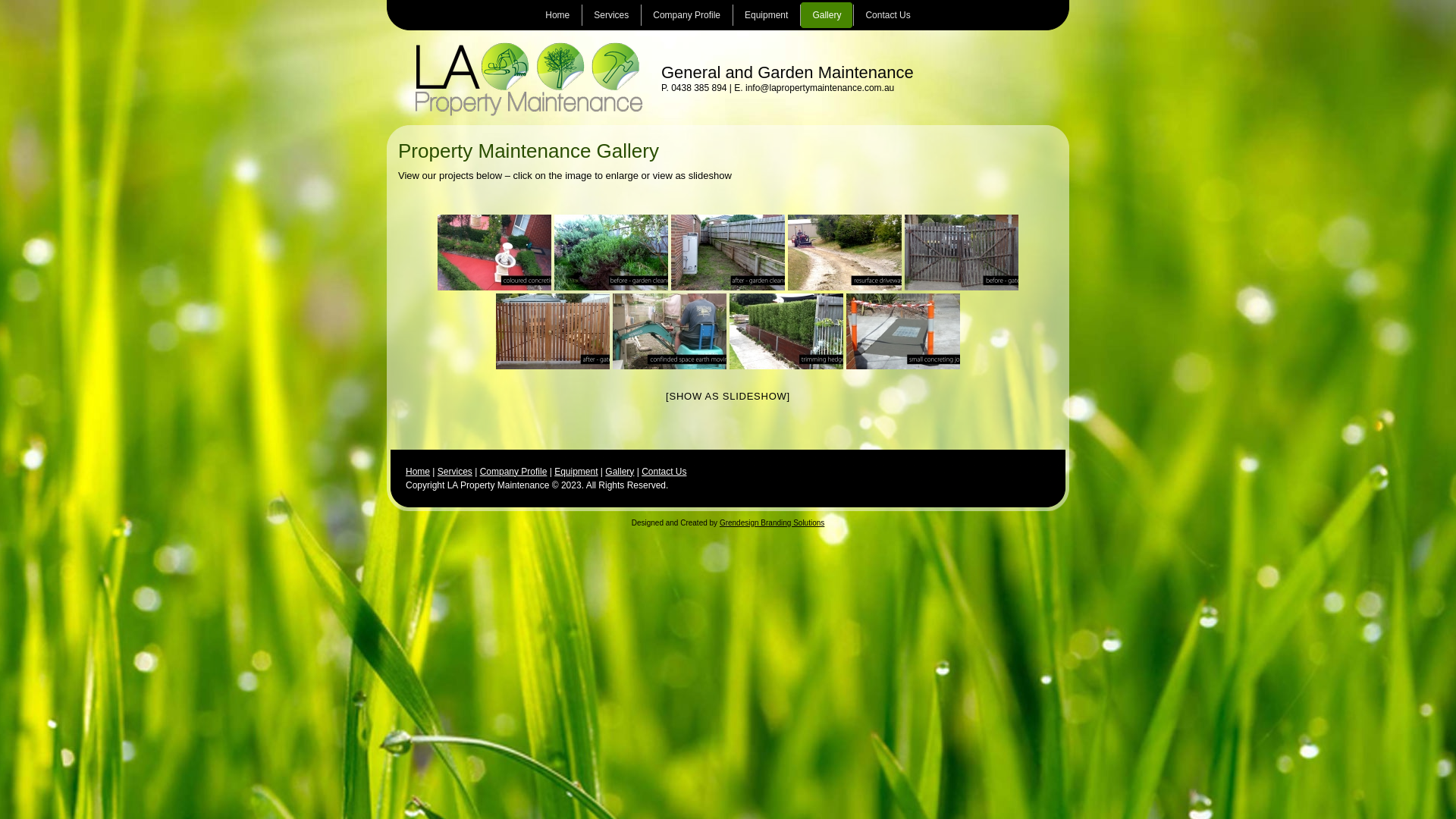 Image resolution: width=1456 pixels, height=819 pixels. Describe the element at coordinates (787, 72) in the screenshot. I see `'General and Garden Maintenance'` at that location.